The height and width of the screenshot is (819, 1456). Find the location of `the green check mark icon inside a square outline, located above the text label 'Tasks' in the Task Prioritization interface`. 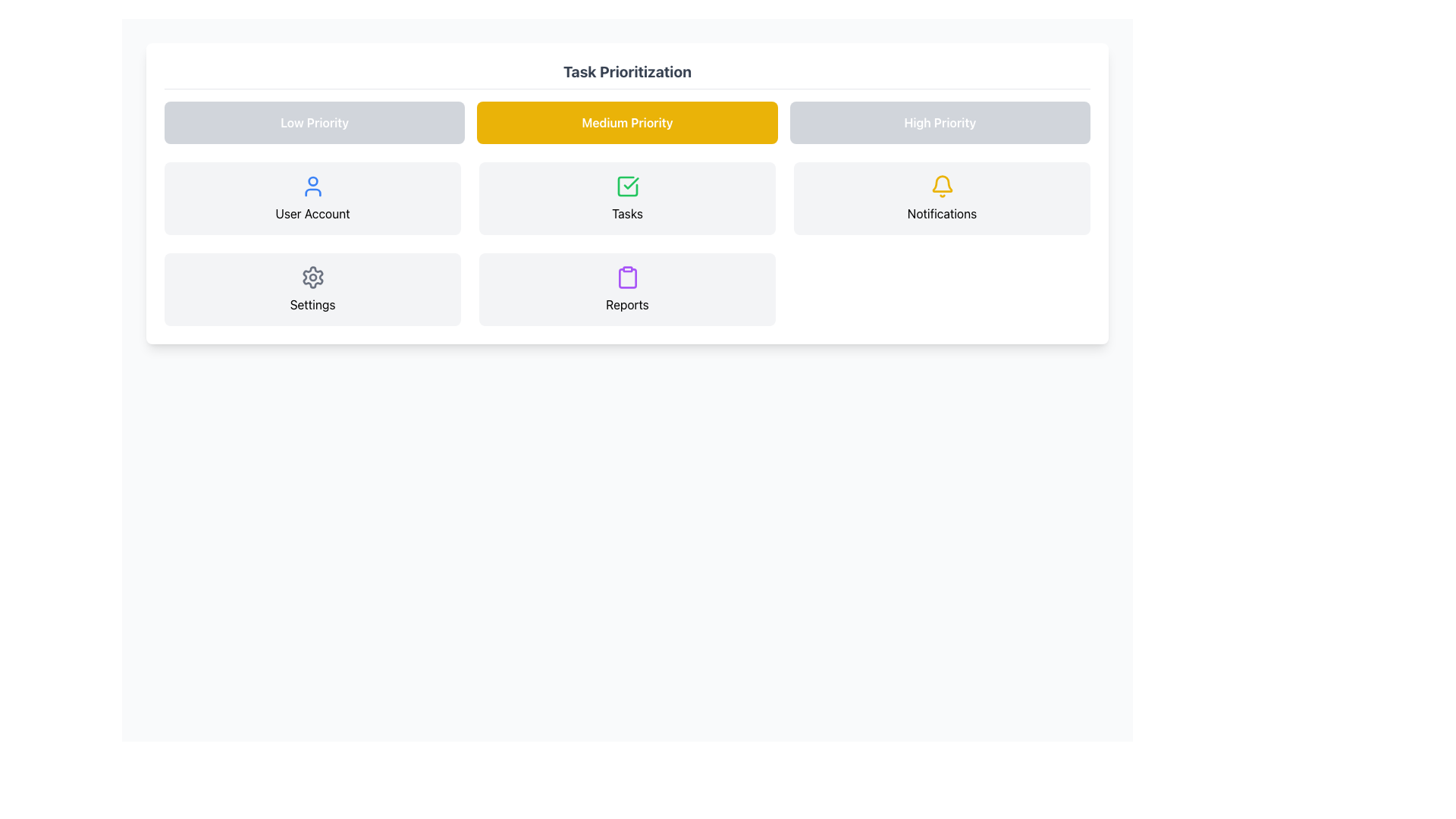

the green check mark icon inside a square outline, located above the text label 'Tasks' in the Task Prioritization interface is located at coordinates (627, 186).